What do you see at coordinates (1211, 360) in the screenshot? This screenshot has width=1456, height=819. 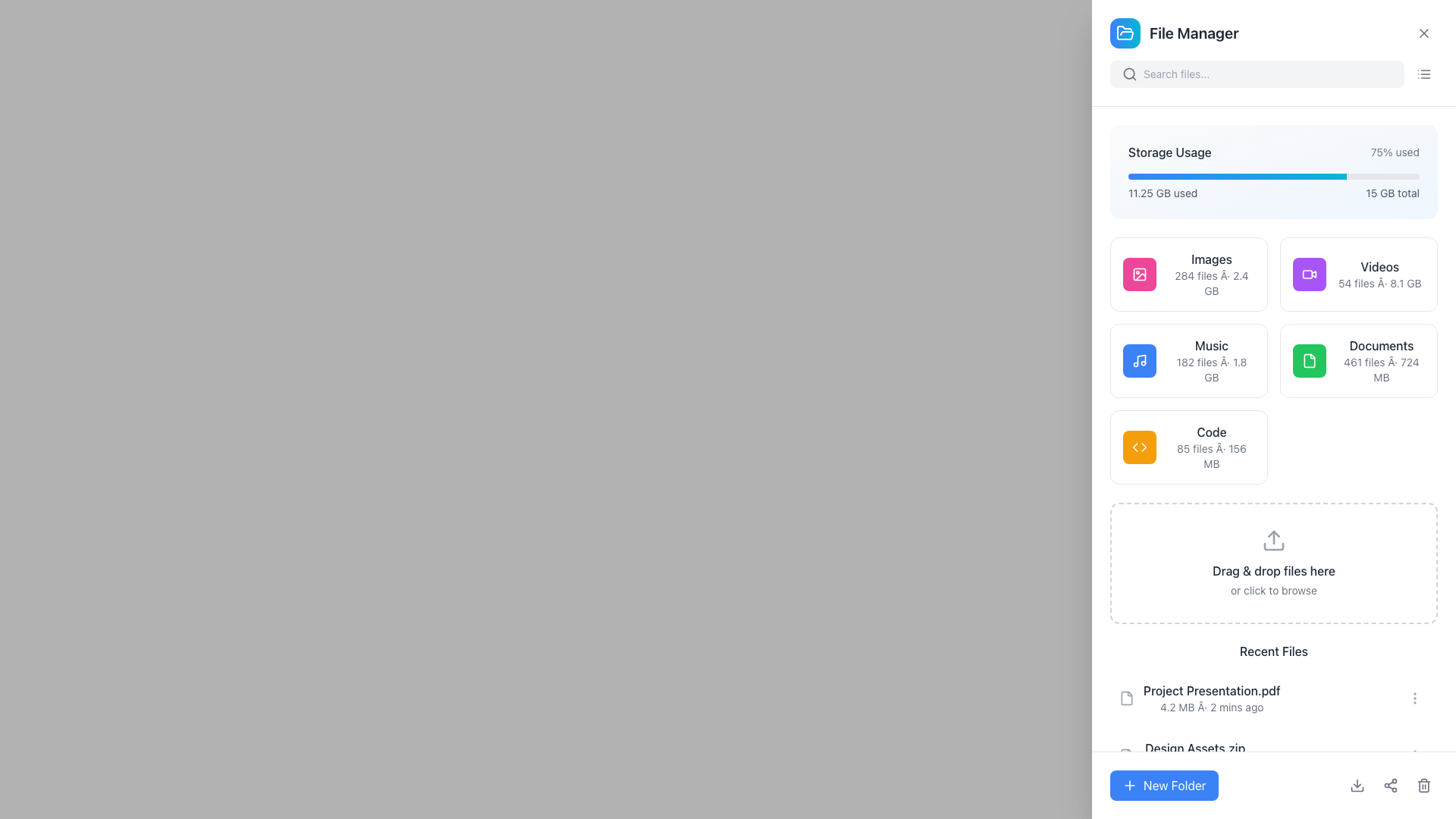 I see `the informational text block displaying the title 'Music' and details about storage usage` at bounding box center [1211, 360].